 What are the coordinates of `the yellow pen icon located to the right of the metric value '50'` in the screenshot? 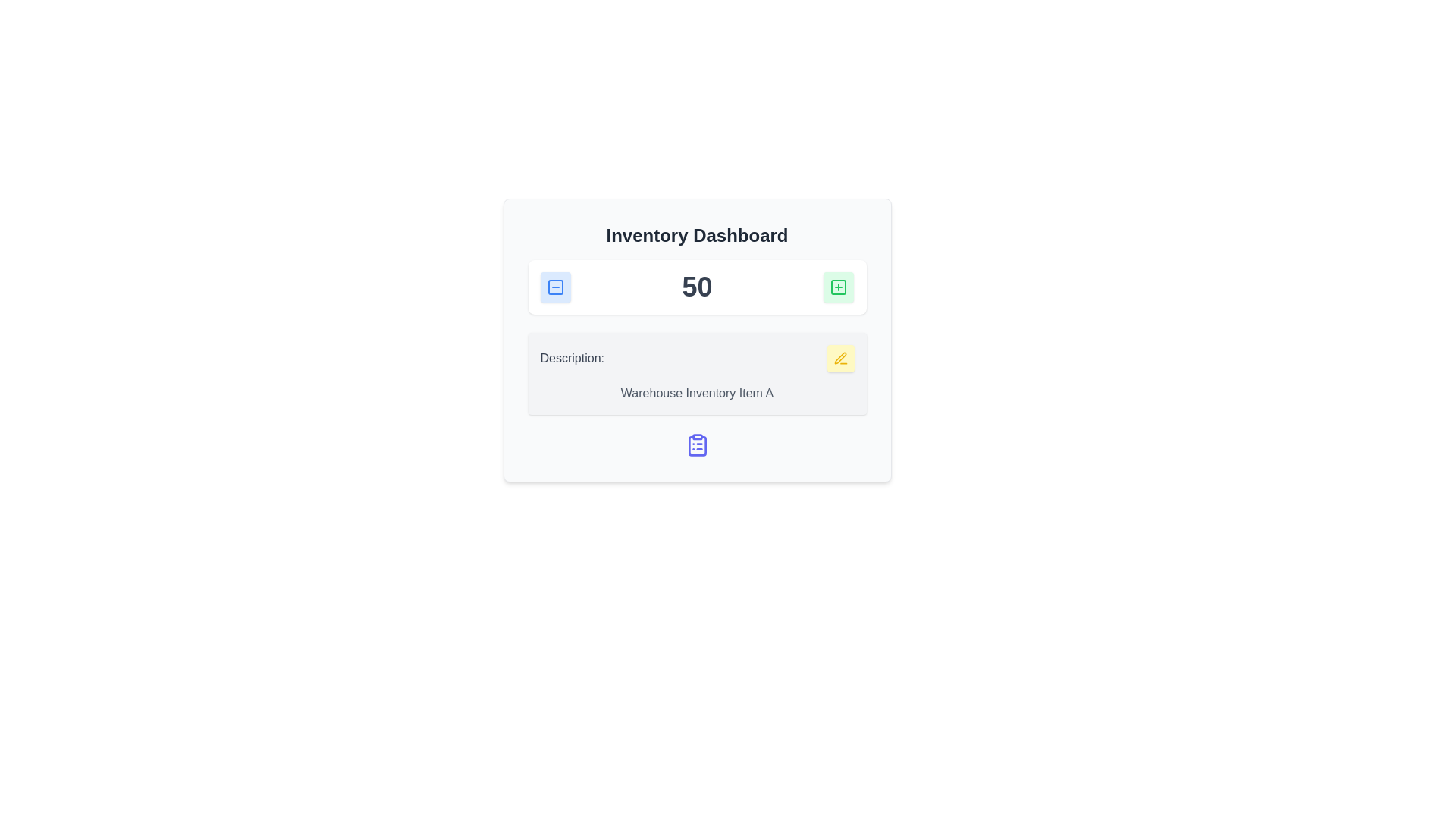 It's located at (839, 359).